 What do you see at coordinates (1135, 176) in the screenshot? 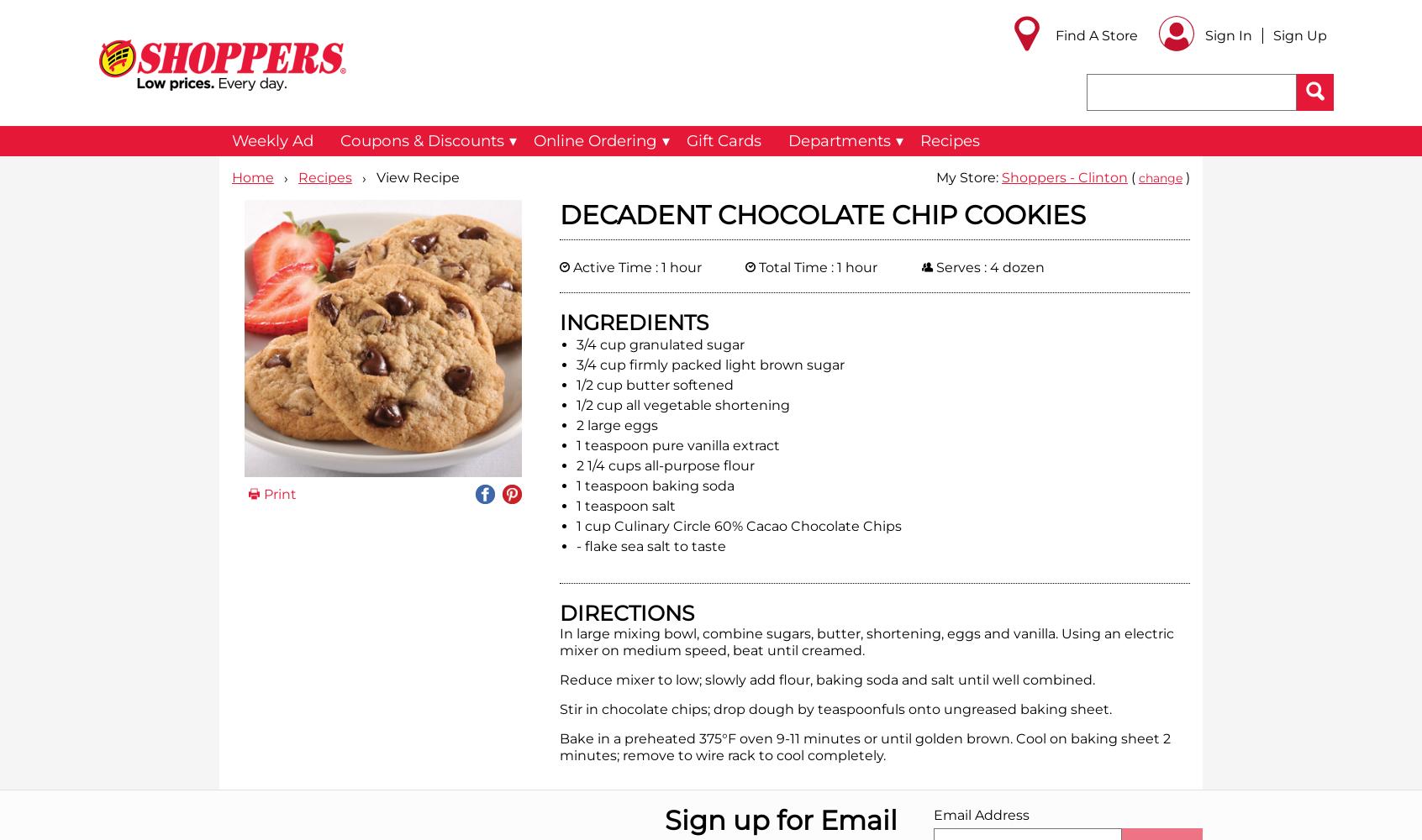
I see `'('` at bounding box center [1135, 176].